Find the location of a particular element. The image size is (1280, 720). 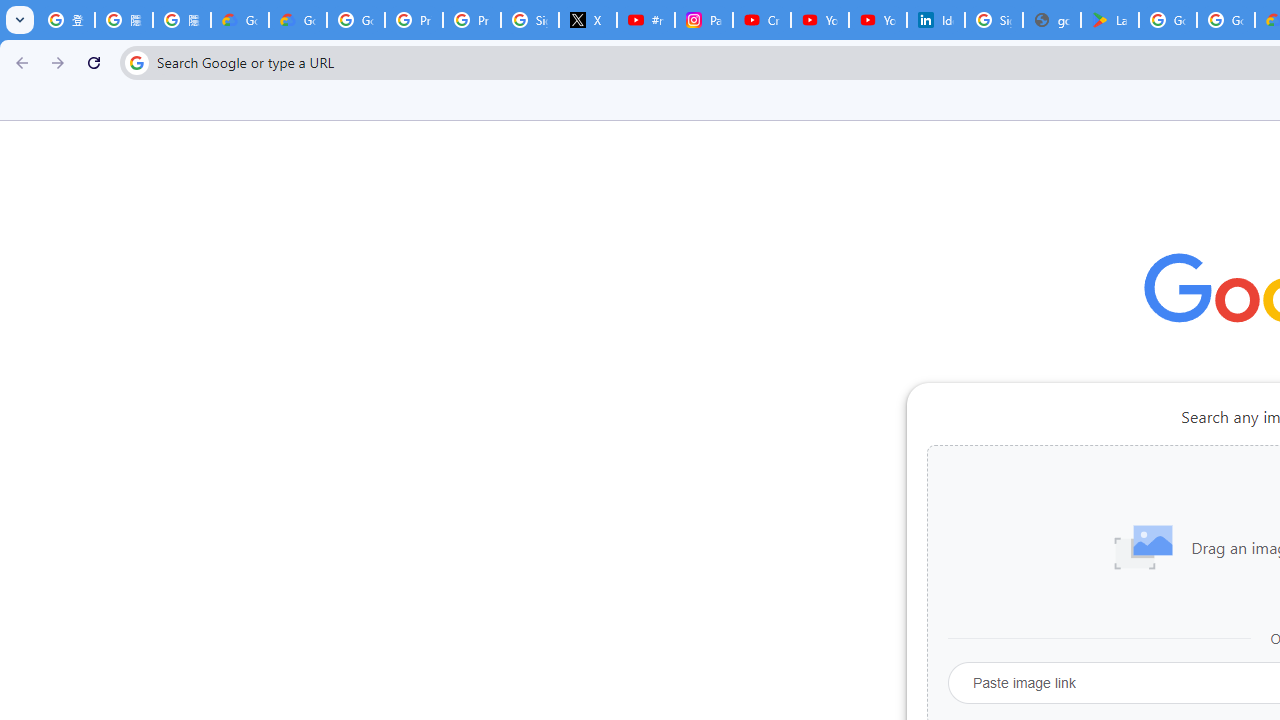

'Sign in - Google Accounts' is located at coordinates (529, 20).